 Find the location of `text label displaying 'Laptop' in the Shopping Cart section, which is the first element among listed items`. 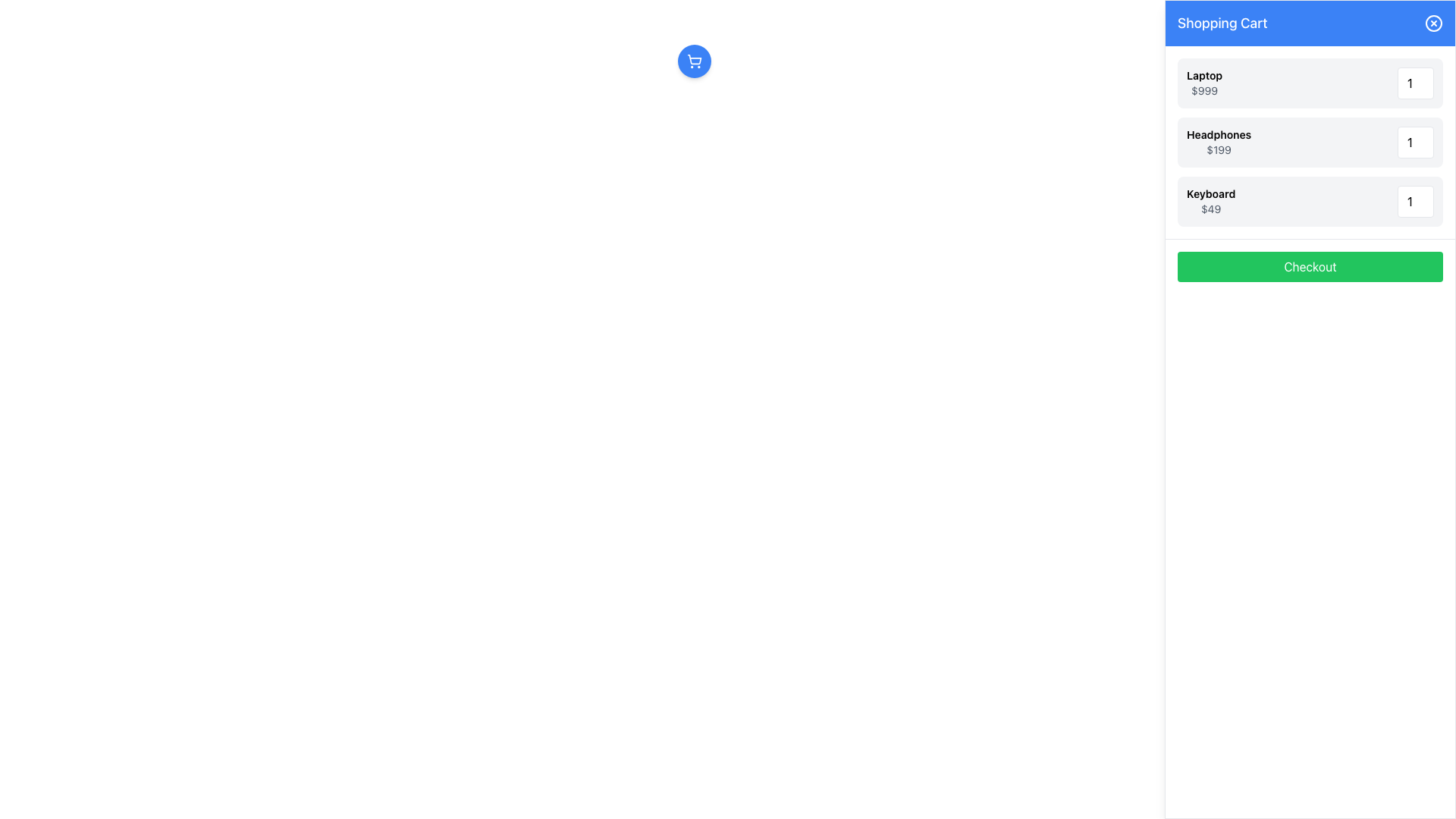

text label displaying 'Laptop' in the Shopping Cart section, which is the first element among listed items is located at coordinates (1203, 76).